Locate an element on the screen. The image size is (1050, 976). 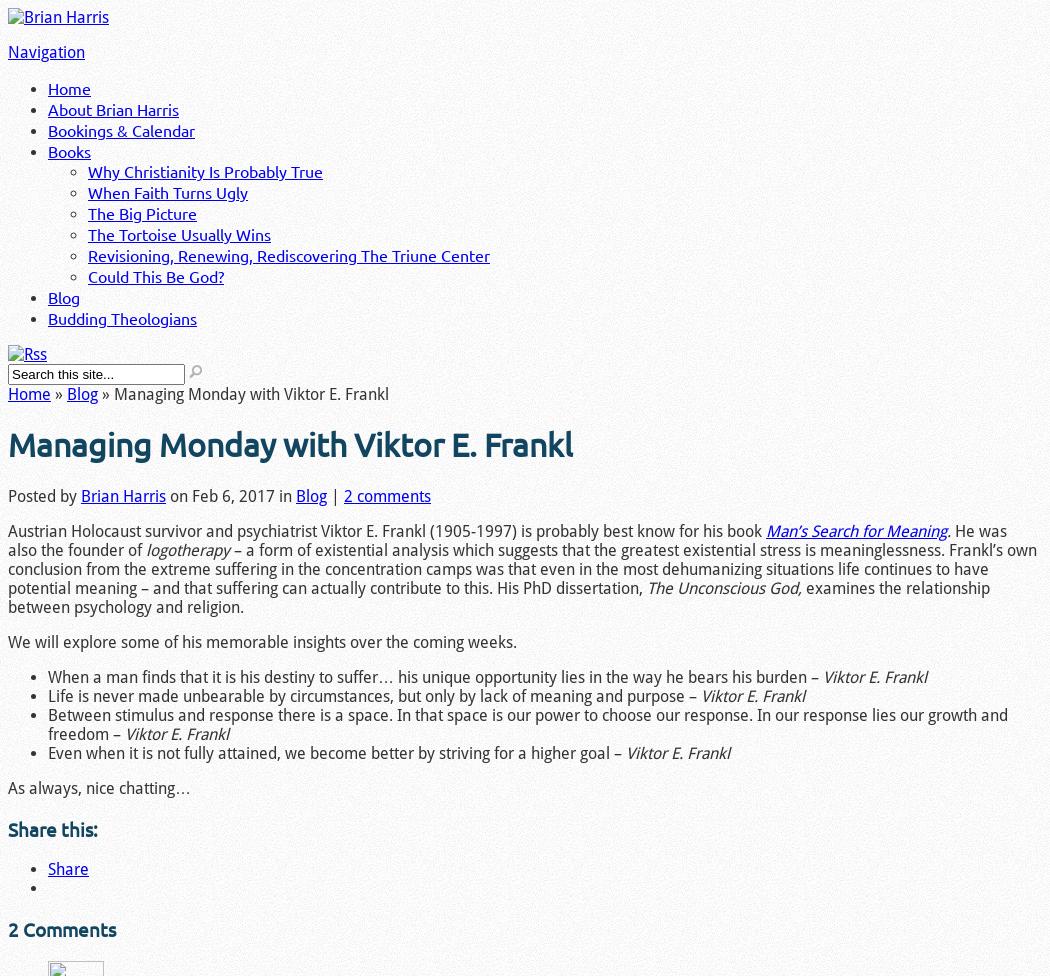
'When Faith Turns Ugly' is located at coordinates (168, 190).